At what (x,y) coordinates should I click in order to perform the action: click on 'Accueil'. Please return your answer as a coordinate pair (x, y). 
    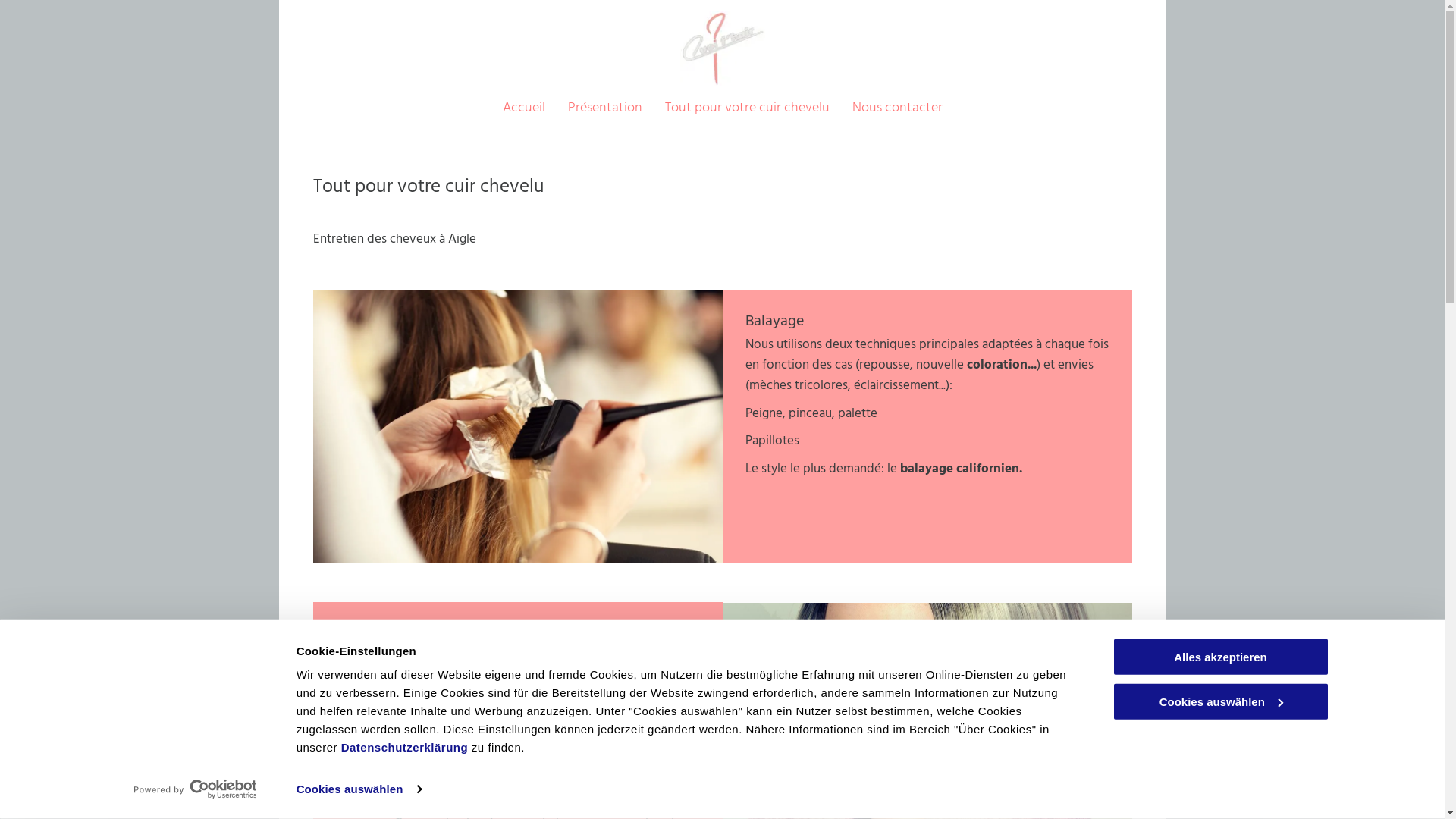
    Looking at the image, I should click on (523, 107).